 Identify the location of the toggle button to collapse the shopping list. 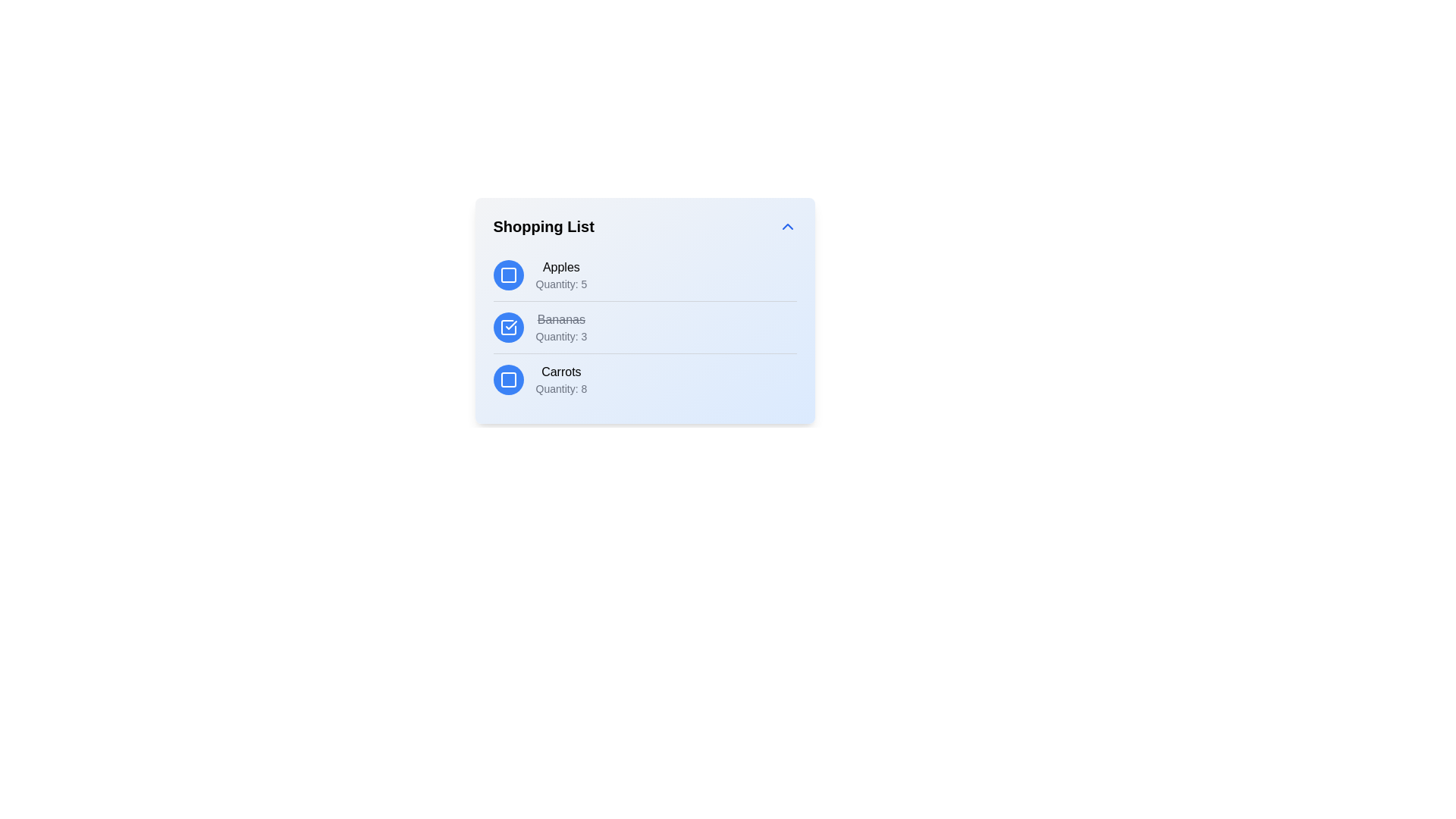
(787, 227).